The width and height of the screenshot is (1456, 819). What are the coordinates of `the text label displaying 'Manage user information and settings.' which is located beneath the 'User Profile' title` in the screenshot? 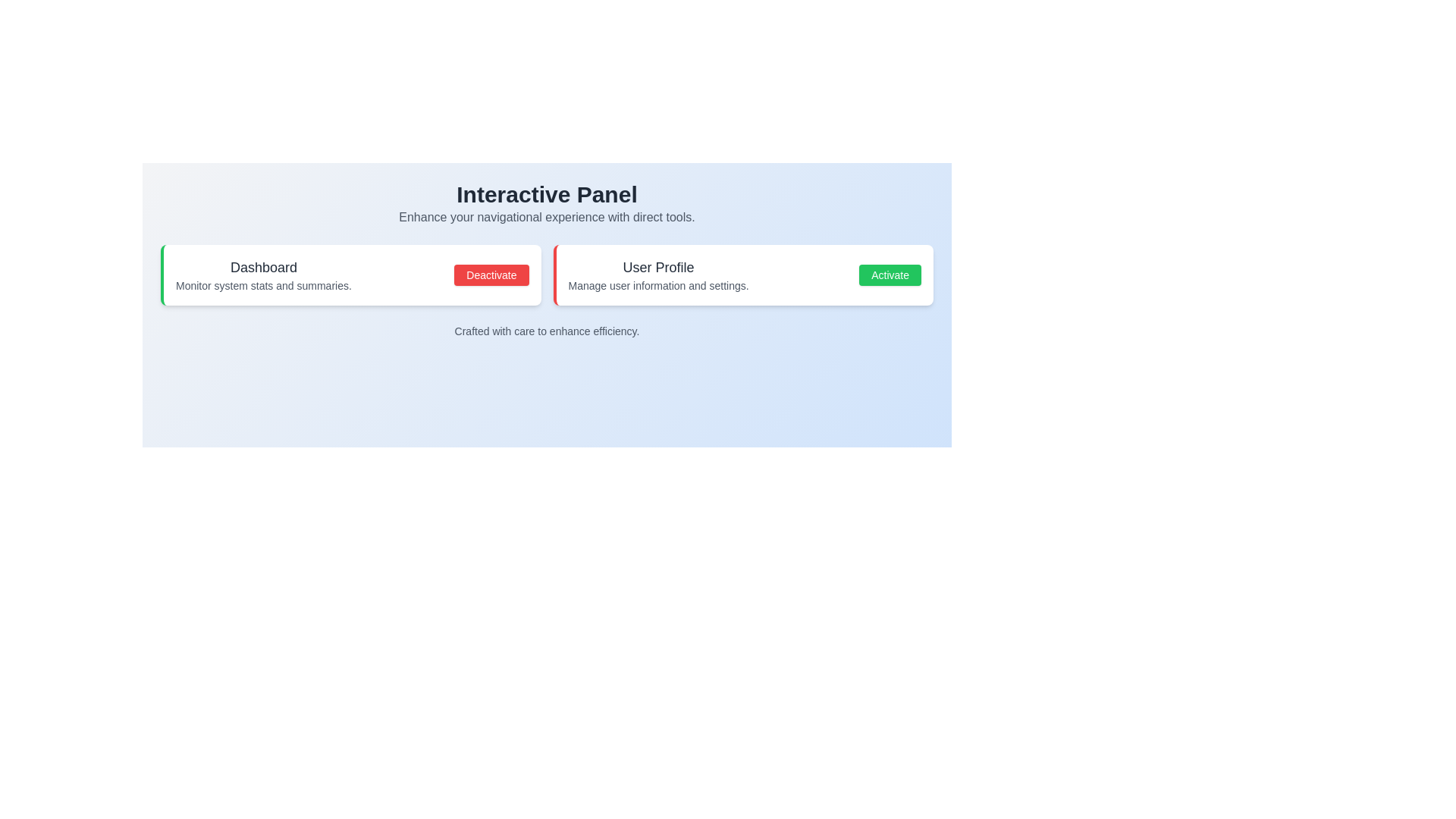 It's located at (658, 286).